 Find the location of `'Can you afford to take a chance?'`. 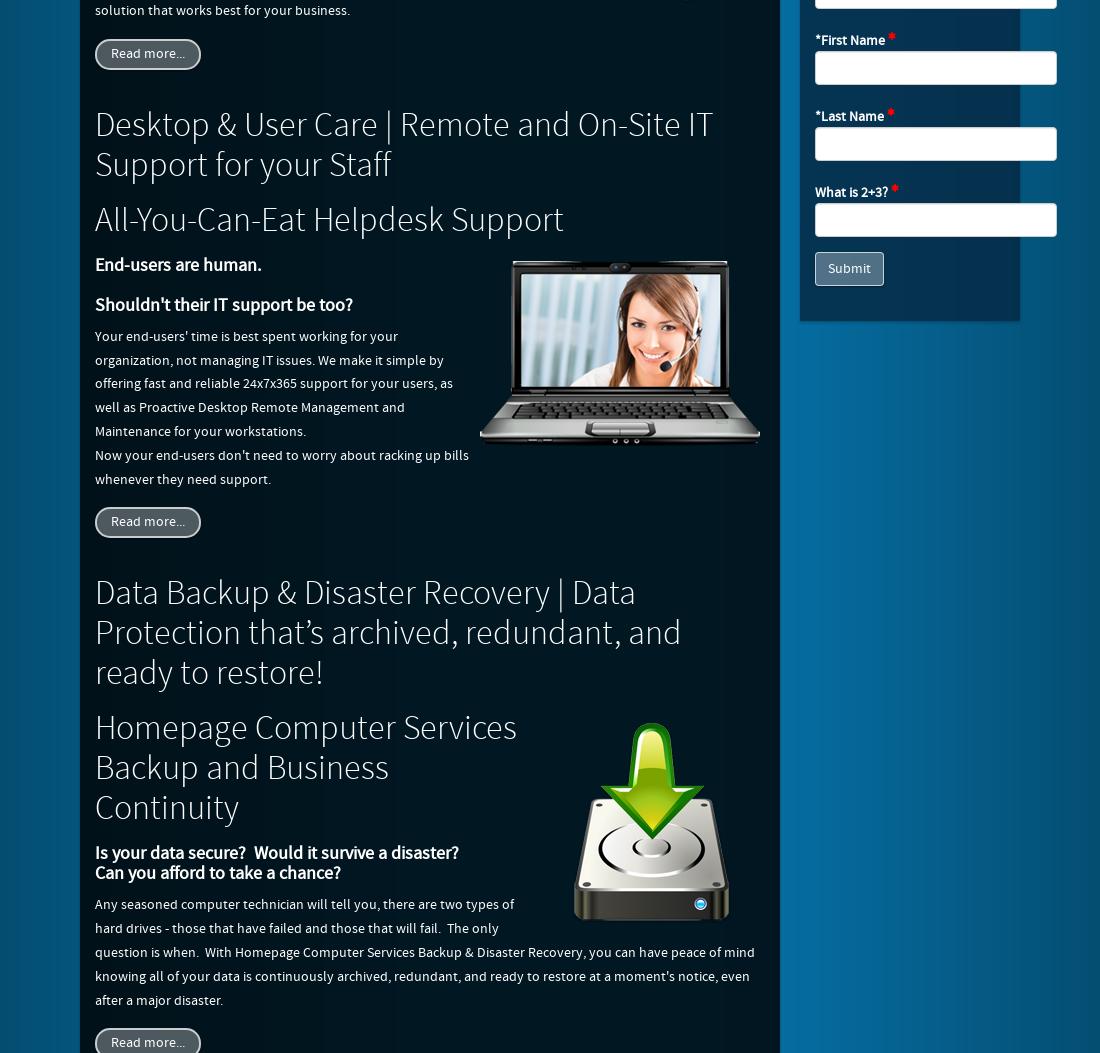

'Can you afford to take a chance?' is located at coordinates (218, 873).